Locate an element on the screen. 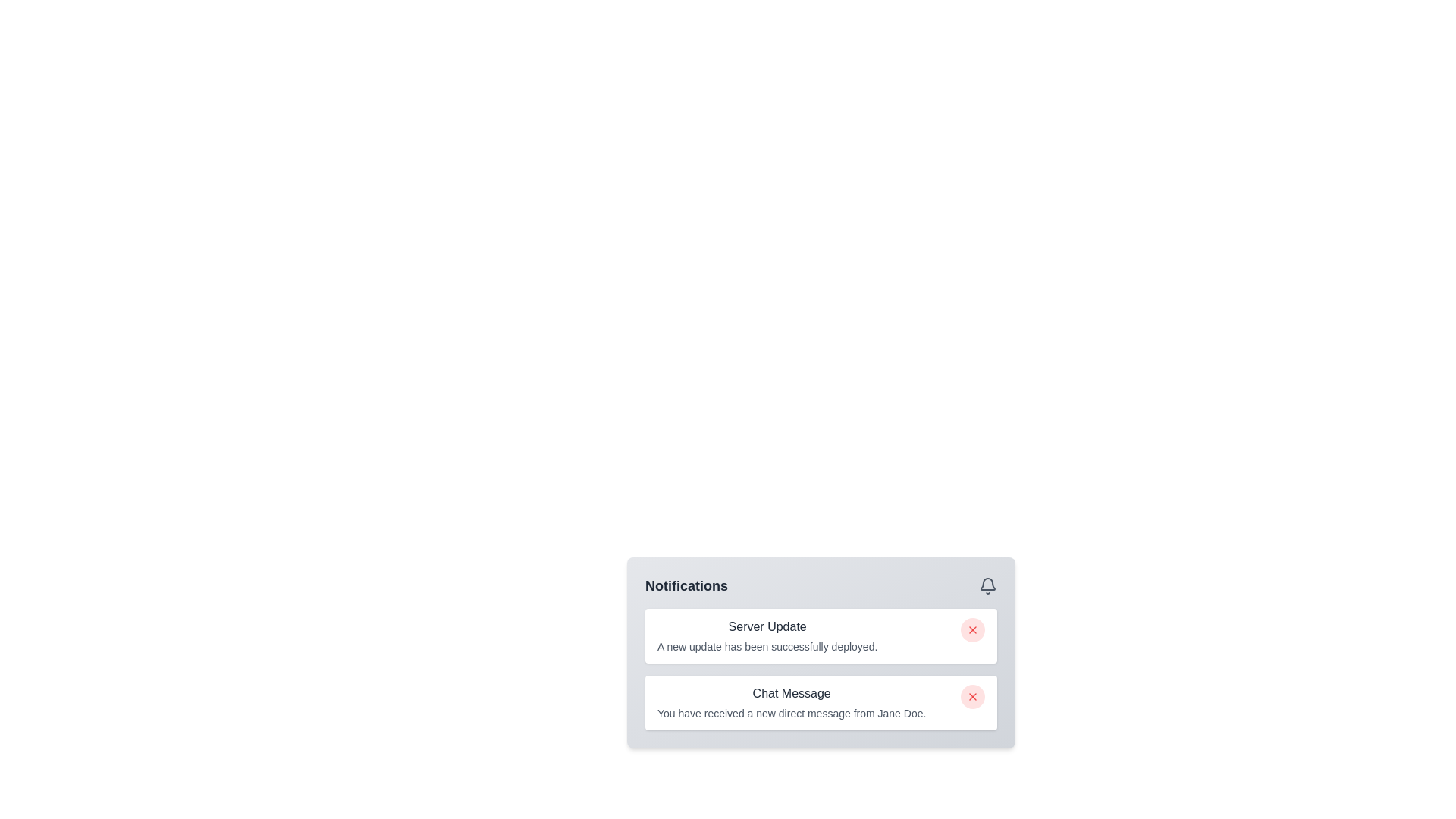 This screenshot has width=1456, height=819. the circular red 'X' button in the top-right corner of the 'Chat Message' notification is located at coordinates (972, 696).